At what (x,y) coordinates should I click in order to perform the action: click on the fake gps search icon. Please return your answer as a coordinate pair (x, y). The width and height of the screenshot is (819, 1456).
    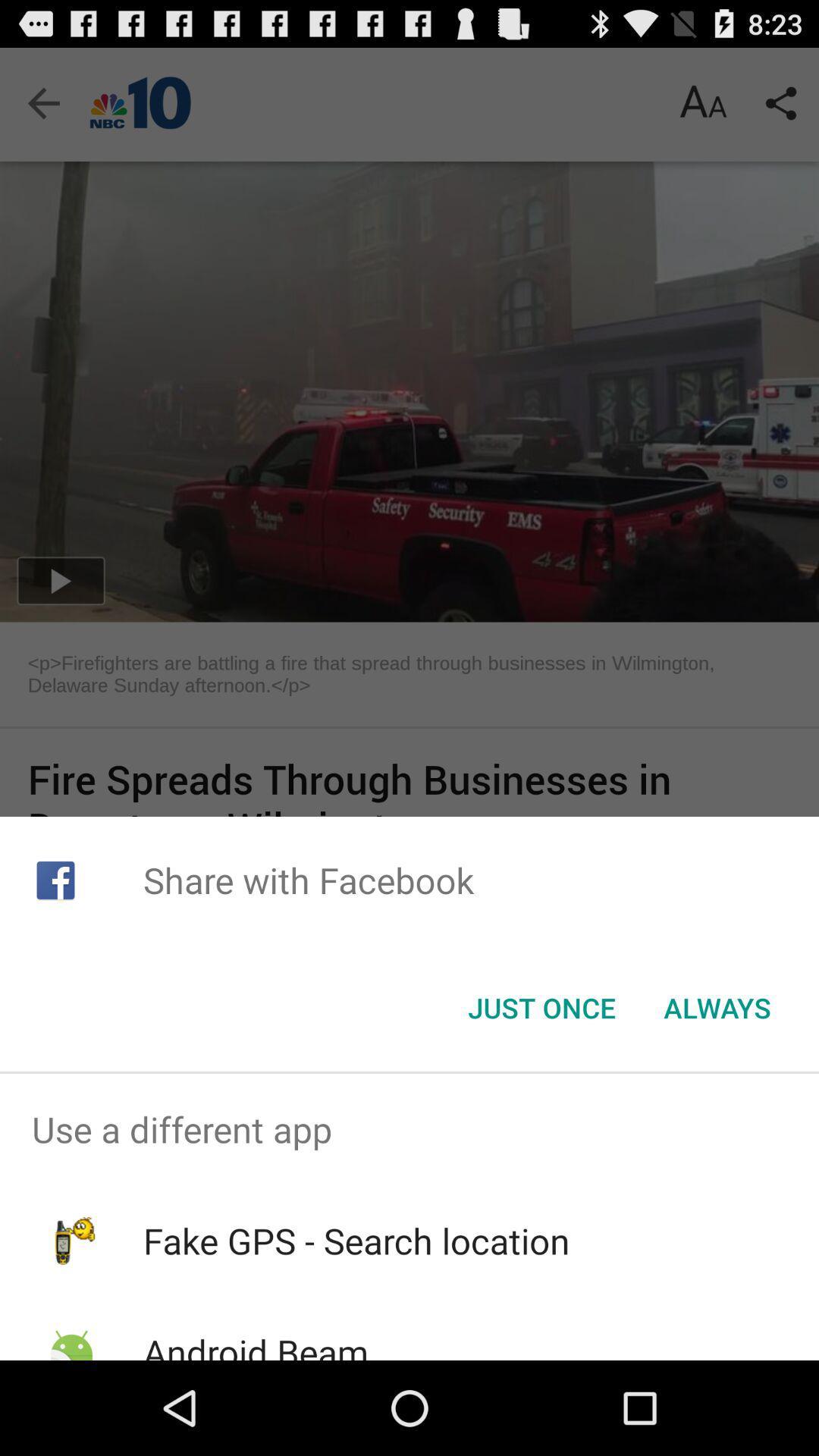
    Looking at the image, I should click on (356, 1241).